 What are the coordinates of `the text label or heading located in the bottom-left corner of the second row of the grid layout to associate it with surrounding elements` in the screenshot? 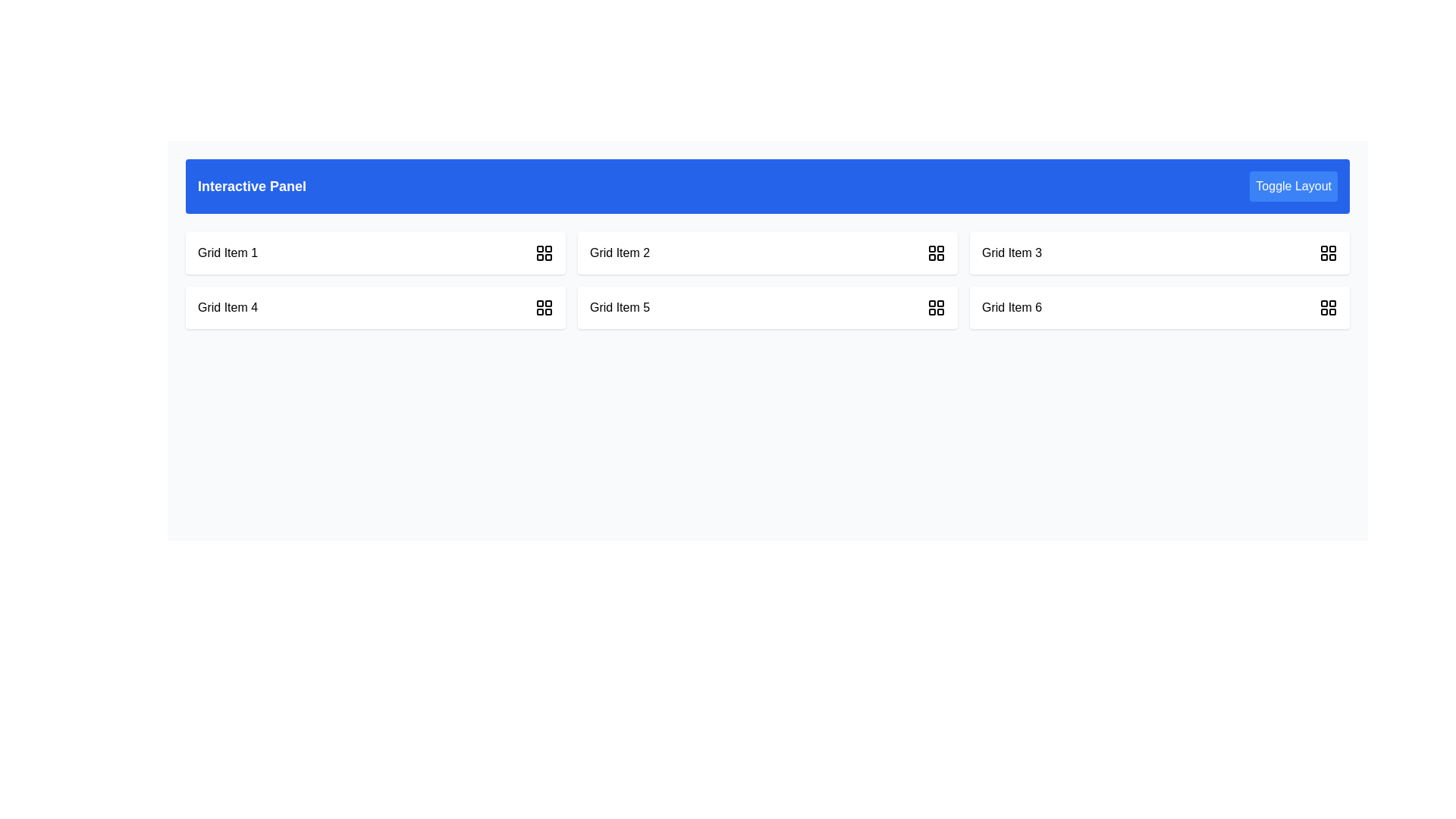 It's located at (620, 307).